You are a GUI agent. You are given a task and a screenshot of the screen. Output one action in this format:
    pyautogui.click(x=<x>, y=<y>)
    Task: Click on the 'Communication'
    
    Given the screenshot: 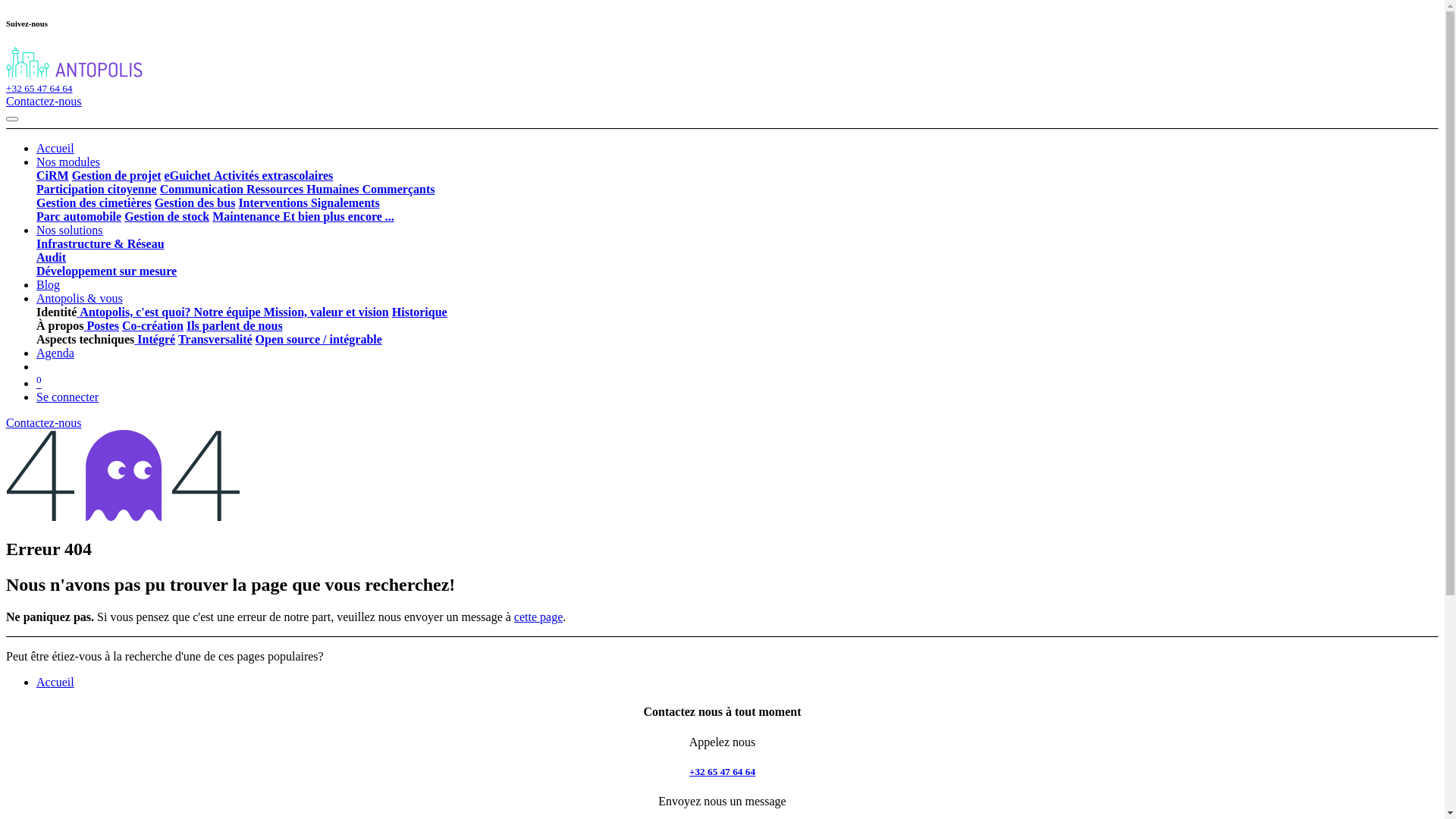 What is the action you would take?
    pyautogui.click(x=200, y=188)
    